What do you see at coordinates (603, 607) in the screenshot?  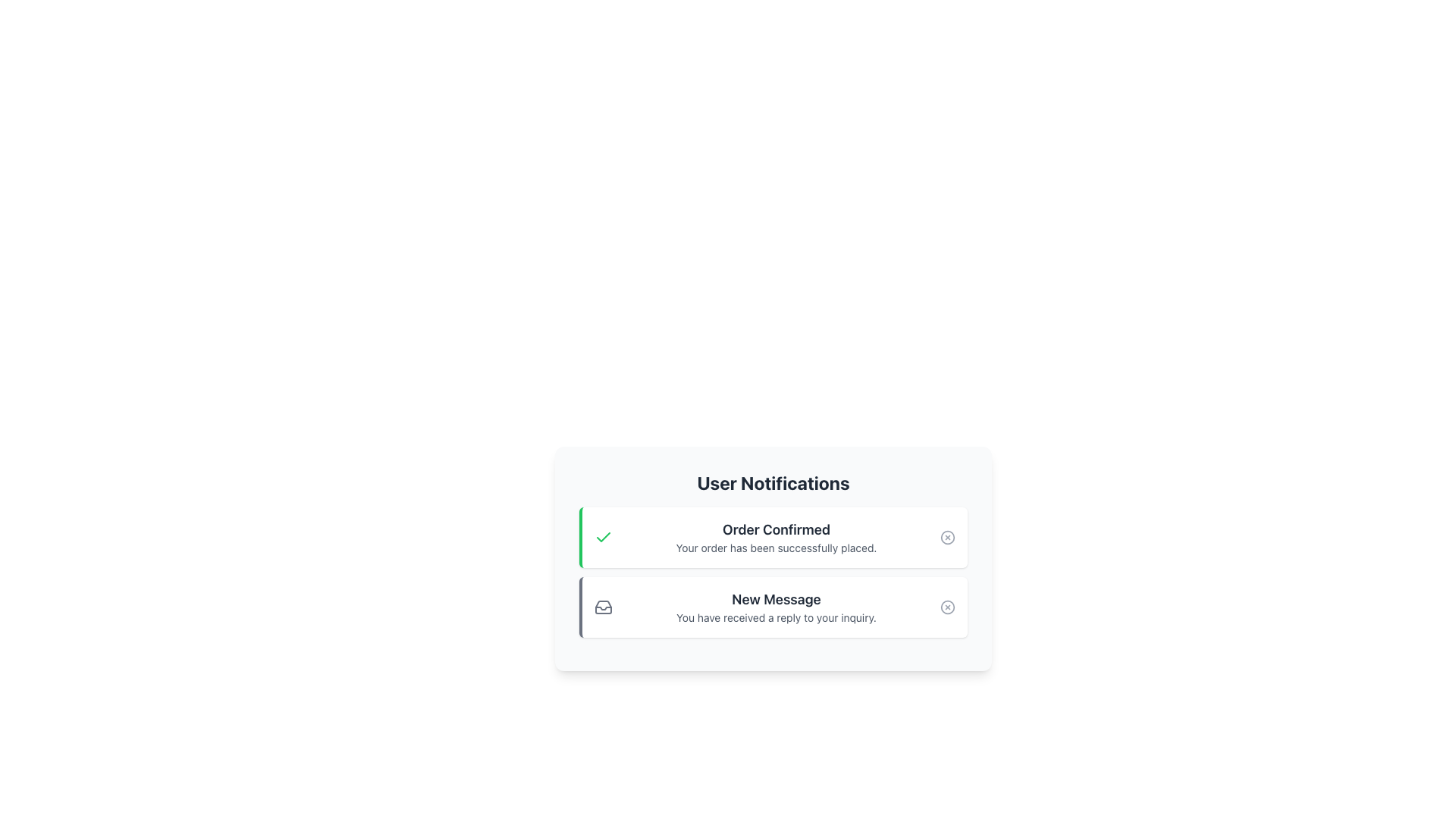 I see `the SVG graphic component located in the second row of the notifications list, positioned to the left of the 'New Message' label` at bounding box center [603, 607].